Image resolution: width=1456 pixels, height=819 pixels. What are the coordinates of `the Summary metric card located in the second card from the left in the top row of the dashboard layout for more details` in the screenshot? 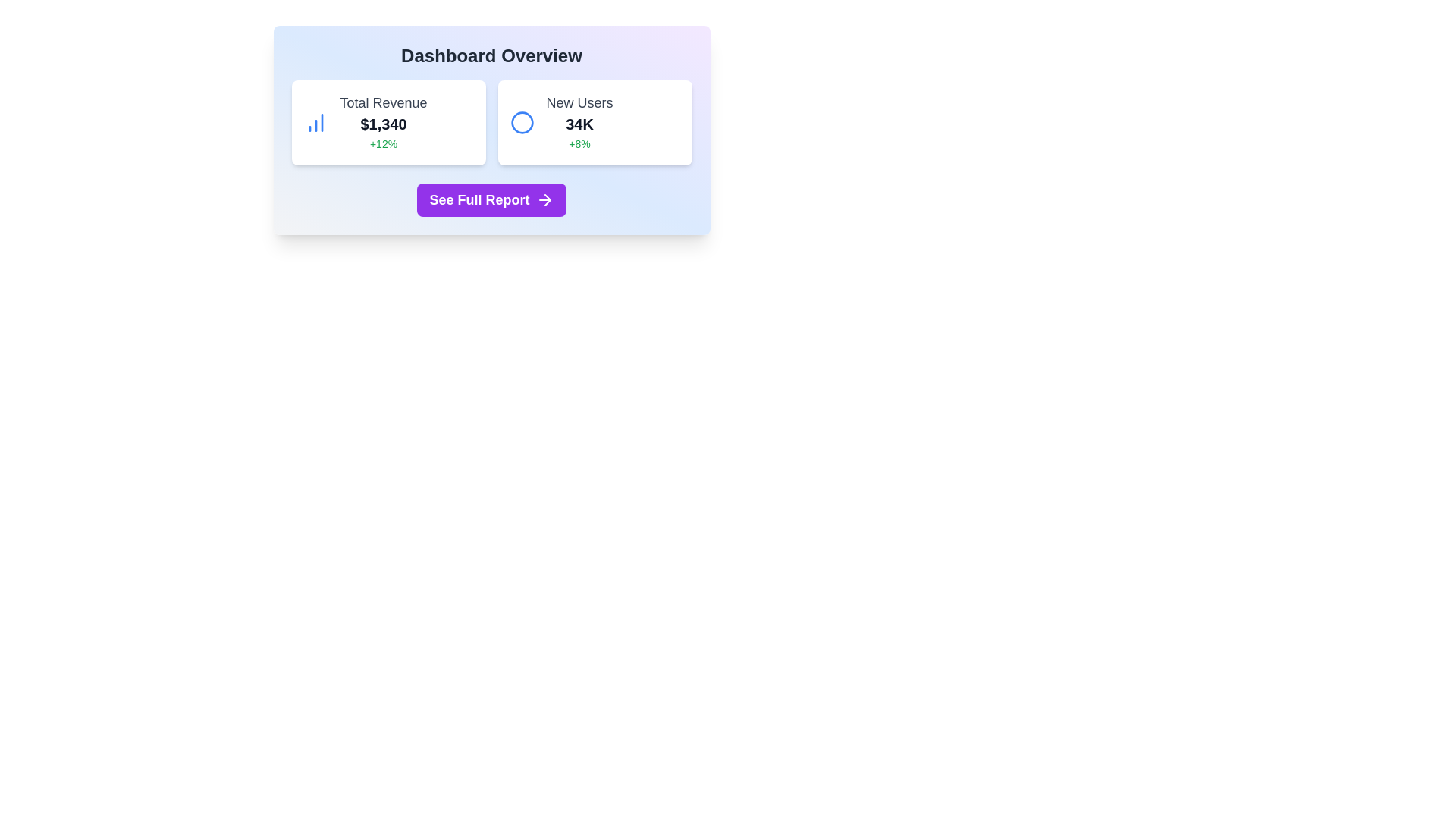 It's located at (579, 122).